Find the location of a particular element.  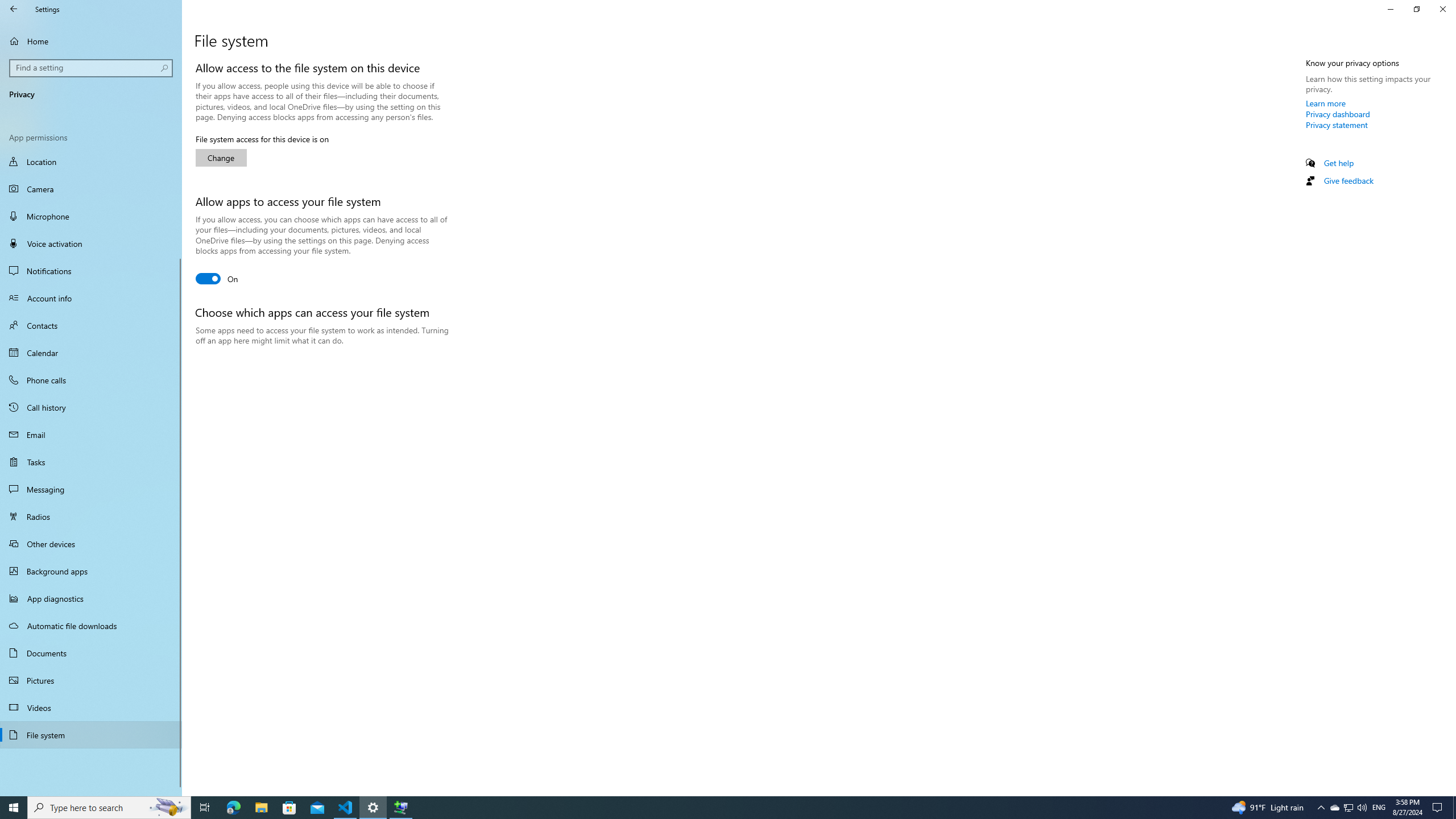

'Search box, Find a setting' is located at coordinates (91, 67).